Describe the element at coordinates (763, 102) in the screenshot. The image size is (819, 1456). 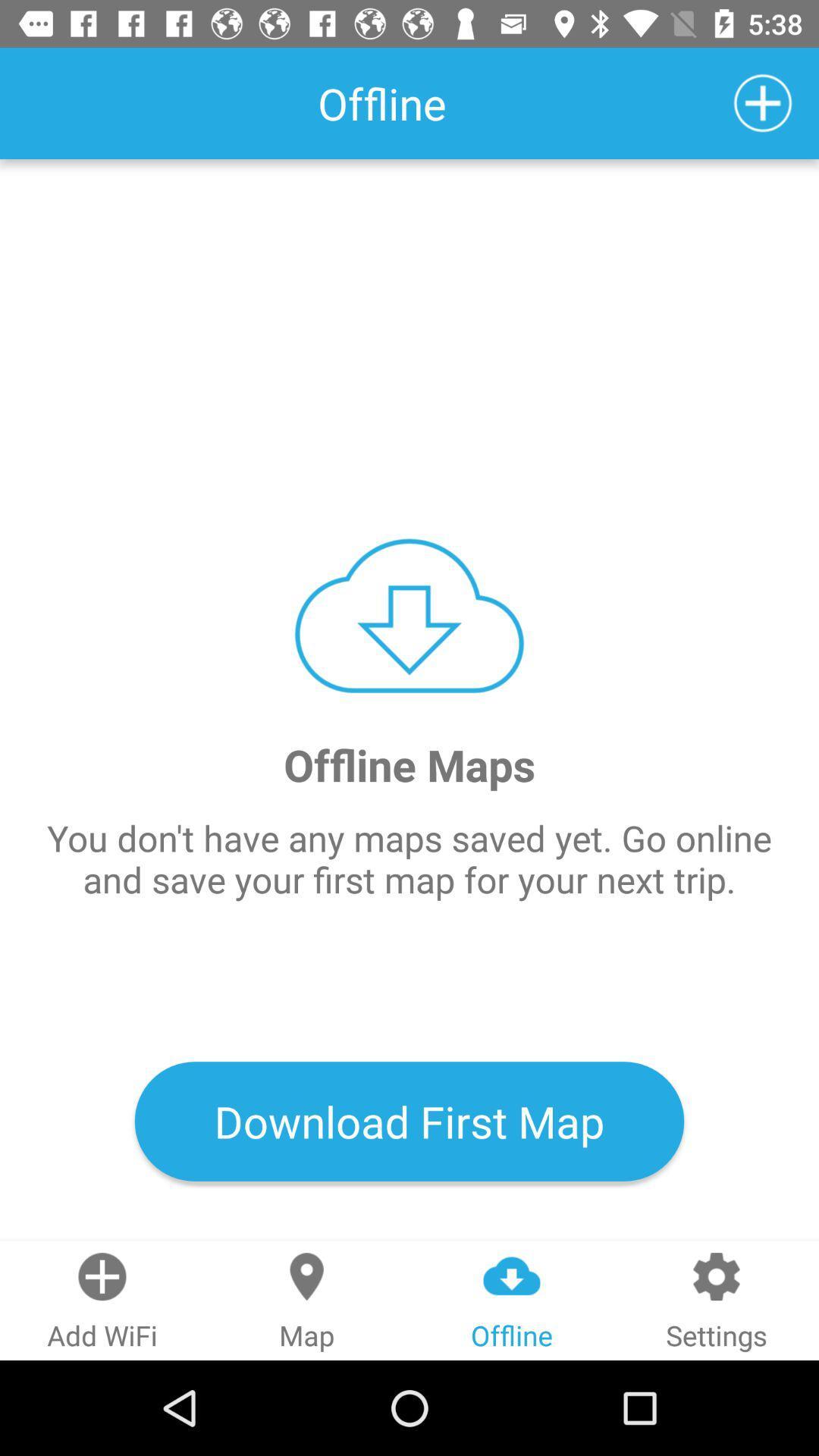
I see `new button` at that location.